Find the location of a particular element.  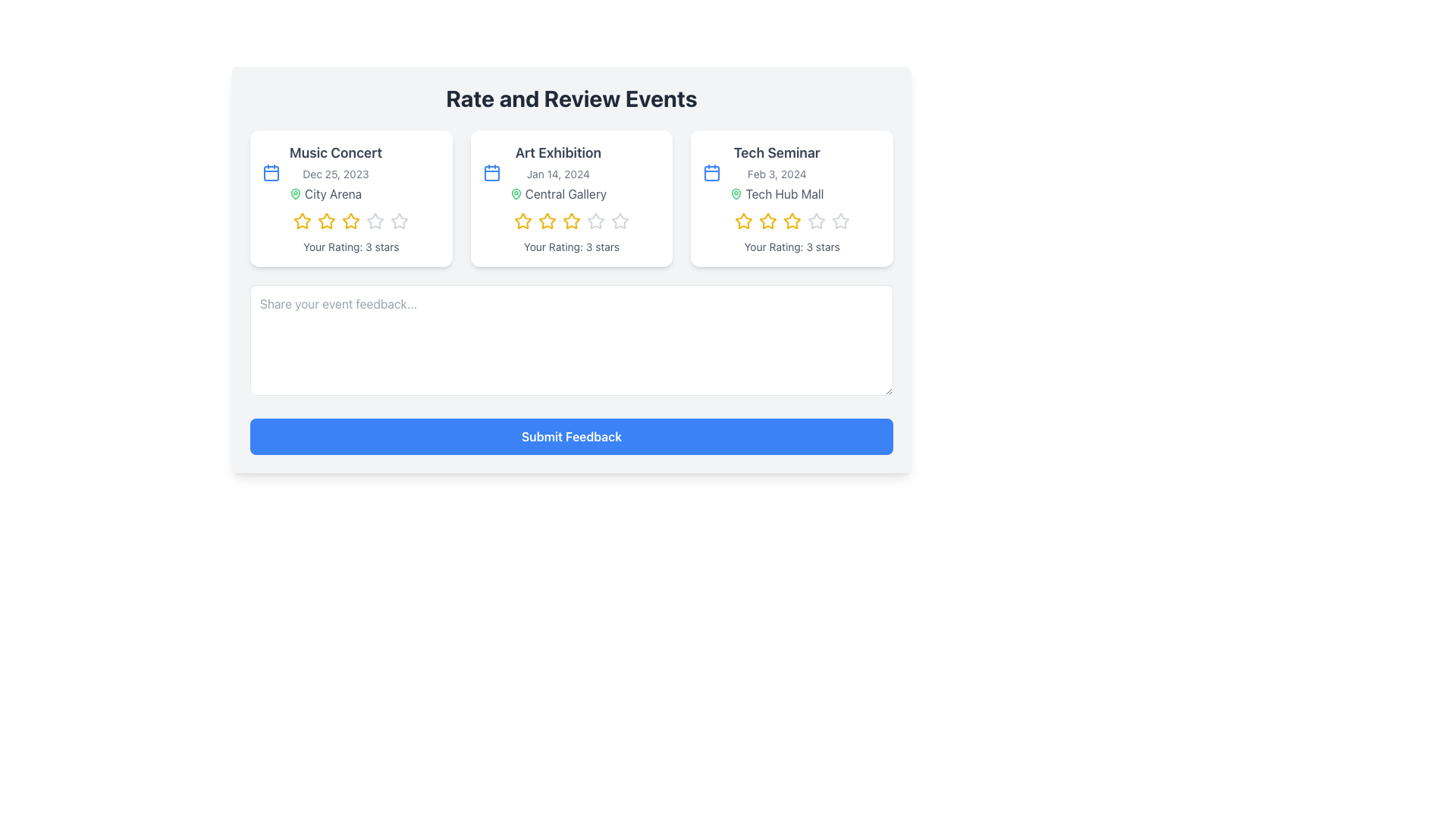

the green map pin icon that marks the location next to the 'Central Gallery' text in the 'Art Exhibition' card is located at coordinates (516, 193).